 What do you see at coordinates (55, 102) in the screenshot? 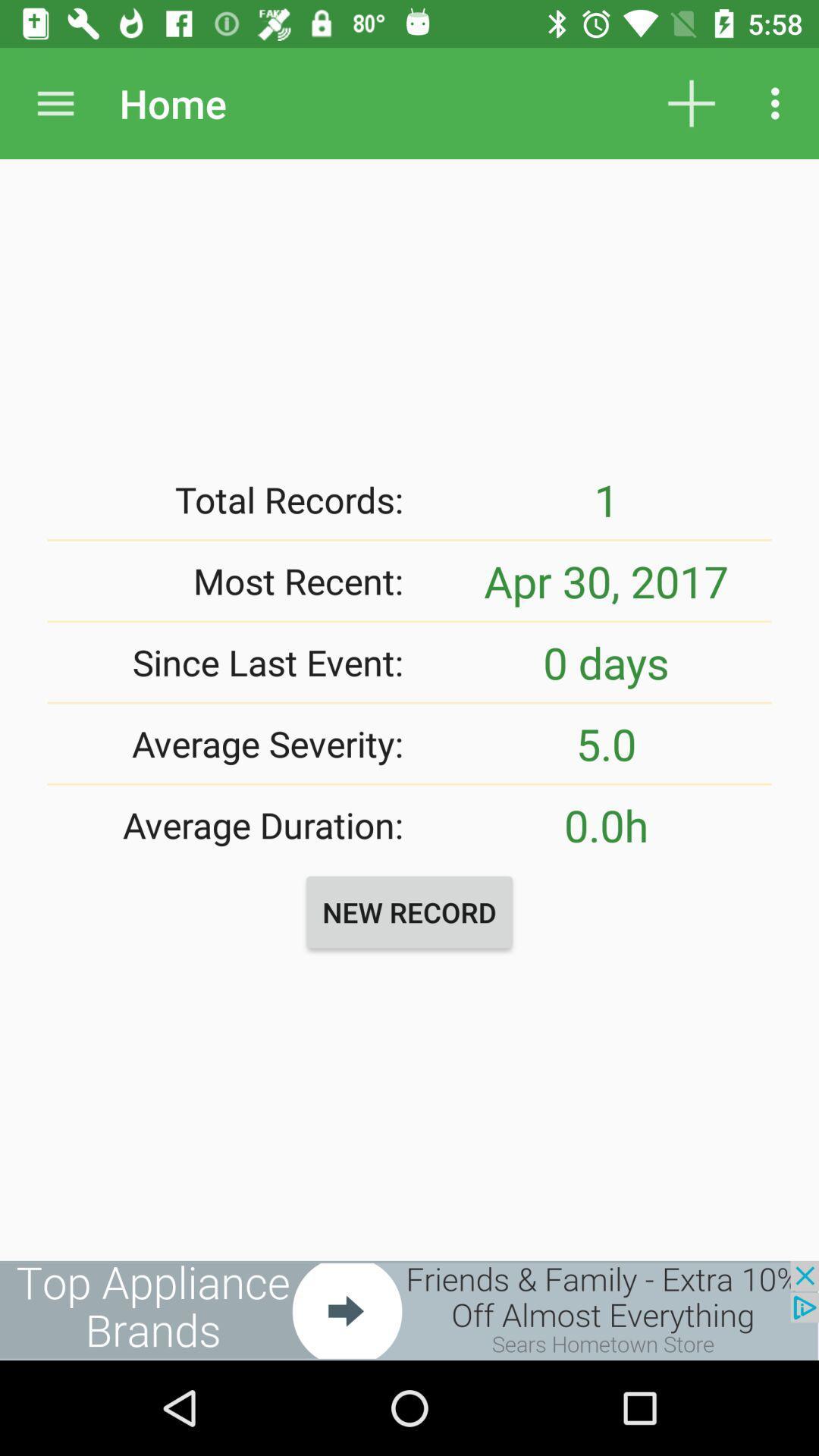
I see `drops a menu` at bounding box center [55, 102].